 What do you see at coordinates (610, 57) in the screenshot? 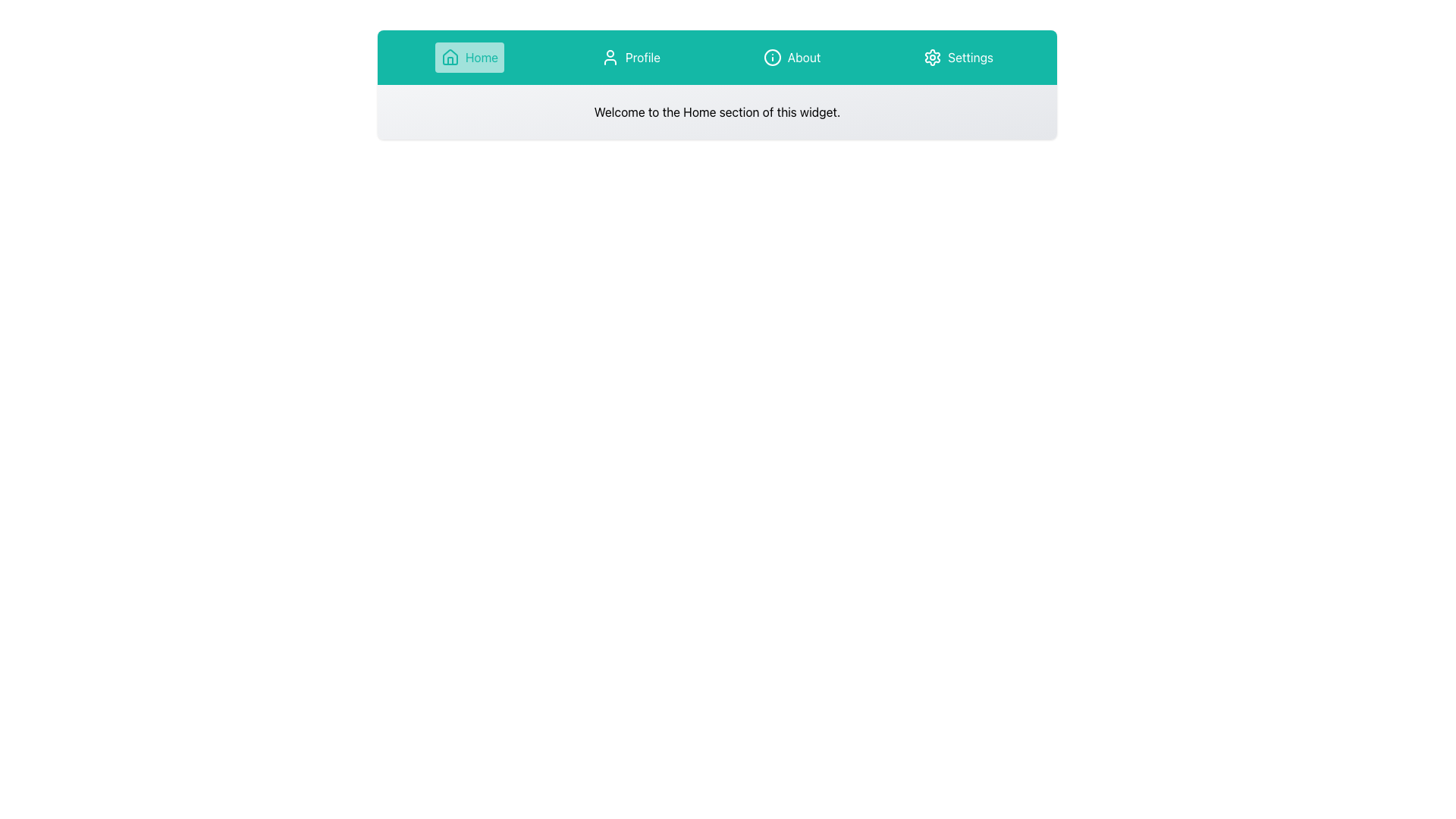
I see `the user profile icon located inside the 'Profile' button in the navigation bar at the top of the interface` at bounding box center [610, 57].